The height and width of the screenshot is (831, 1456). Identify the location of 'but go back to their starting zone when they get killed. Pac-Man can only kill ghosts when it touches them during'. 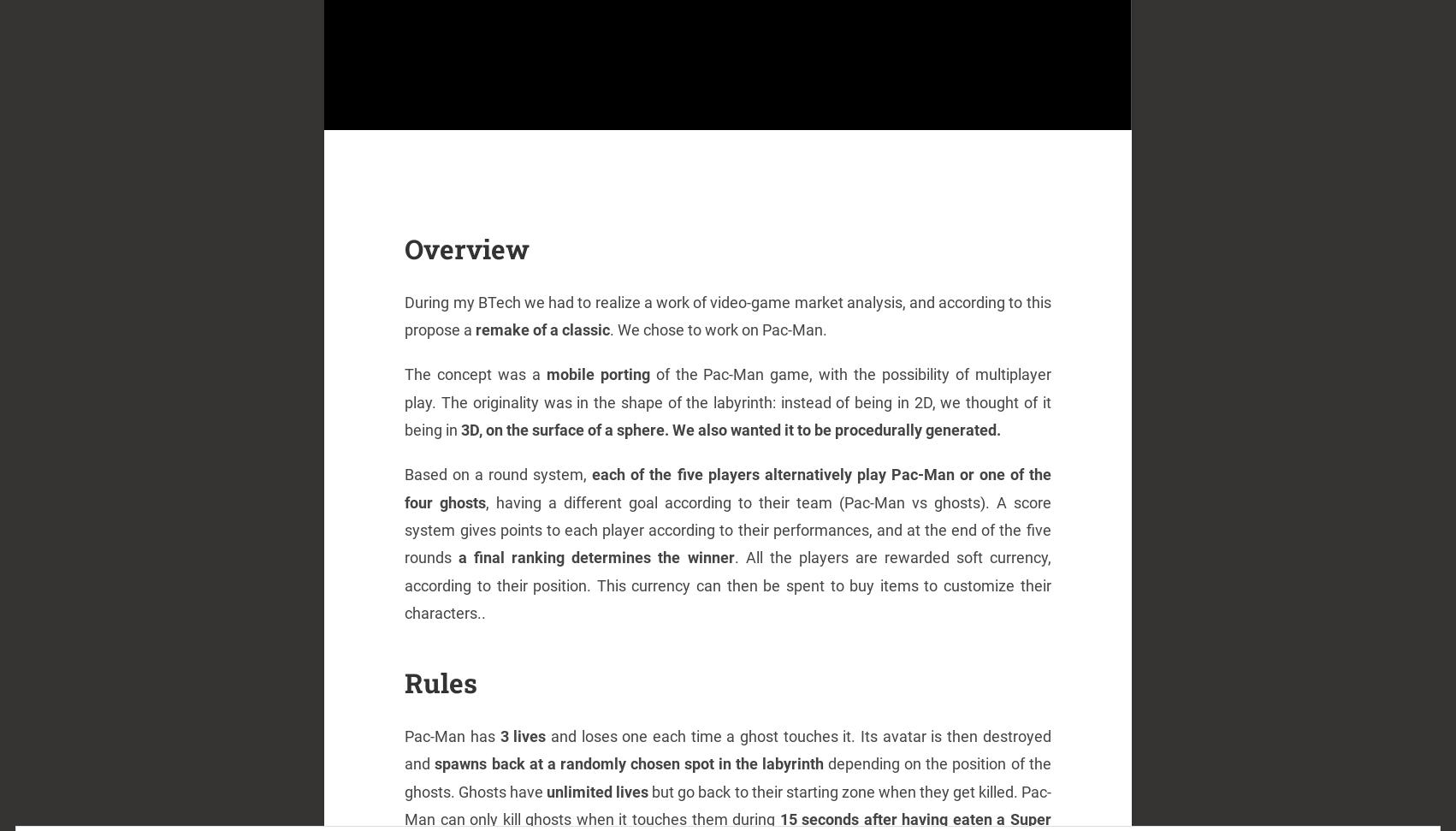
(403, 804).